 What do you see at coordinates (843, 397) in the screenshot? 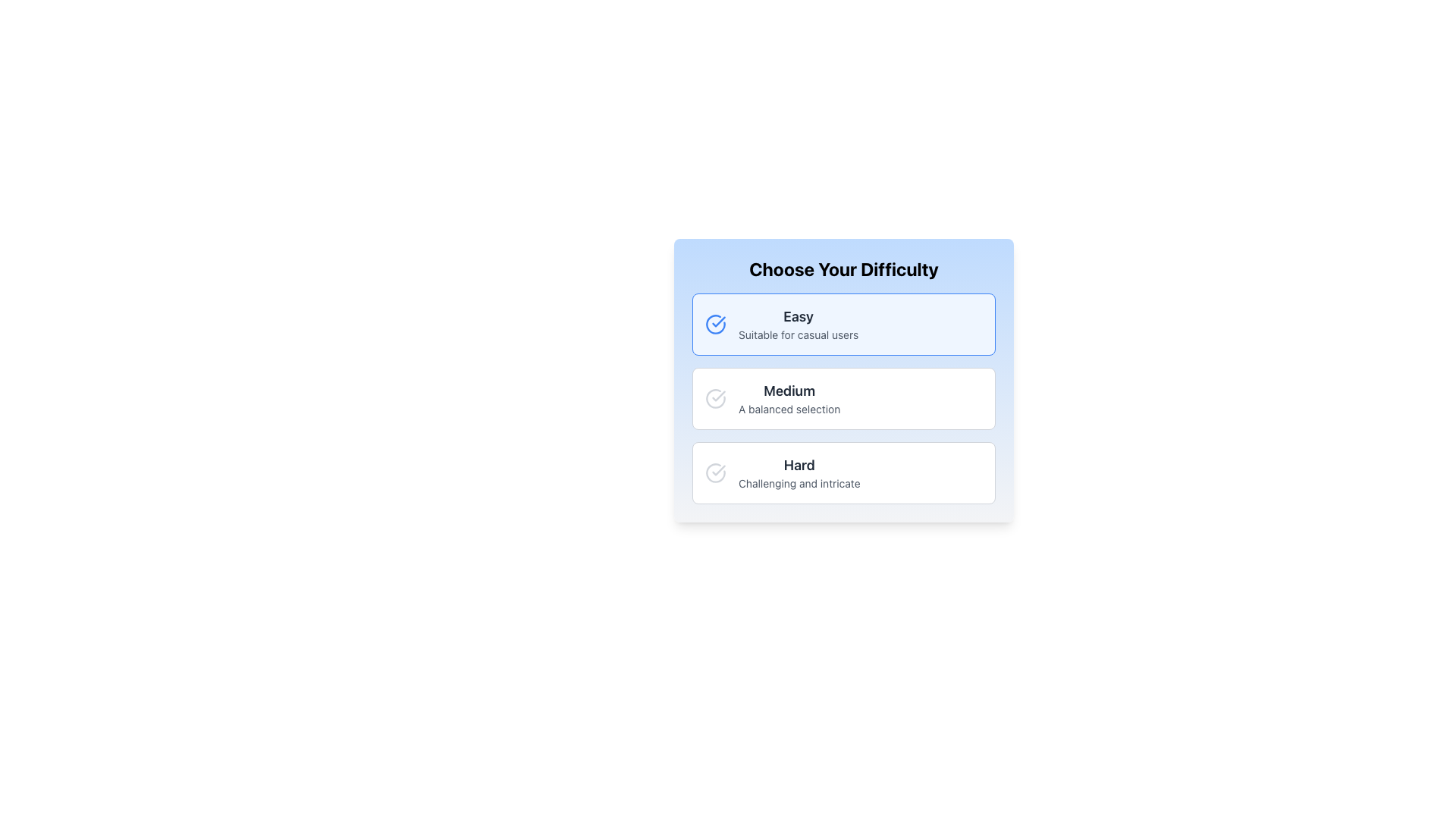
I see `the 'Medium' difficulty selectable card, which is the second option in a vertical list on the difficulty selection interface, to visualize its hover effects` at bounding box center [843, 397].